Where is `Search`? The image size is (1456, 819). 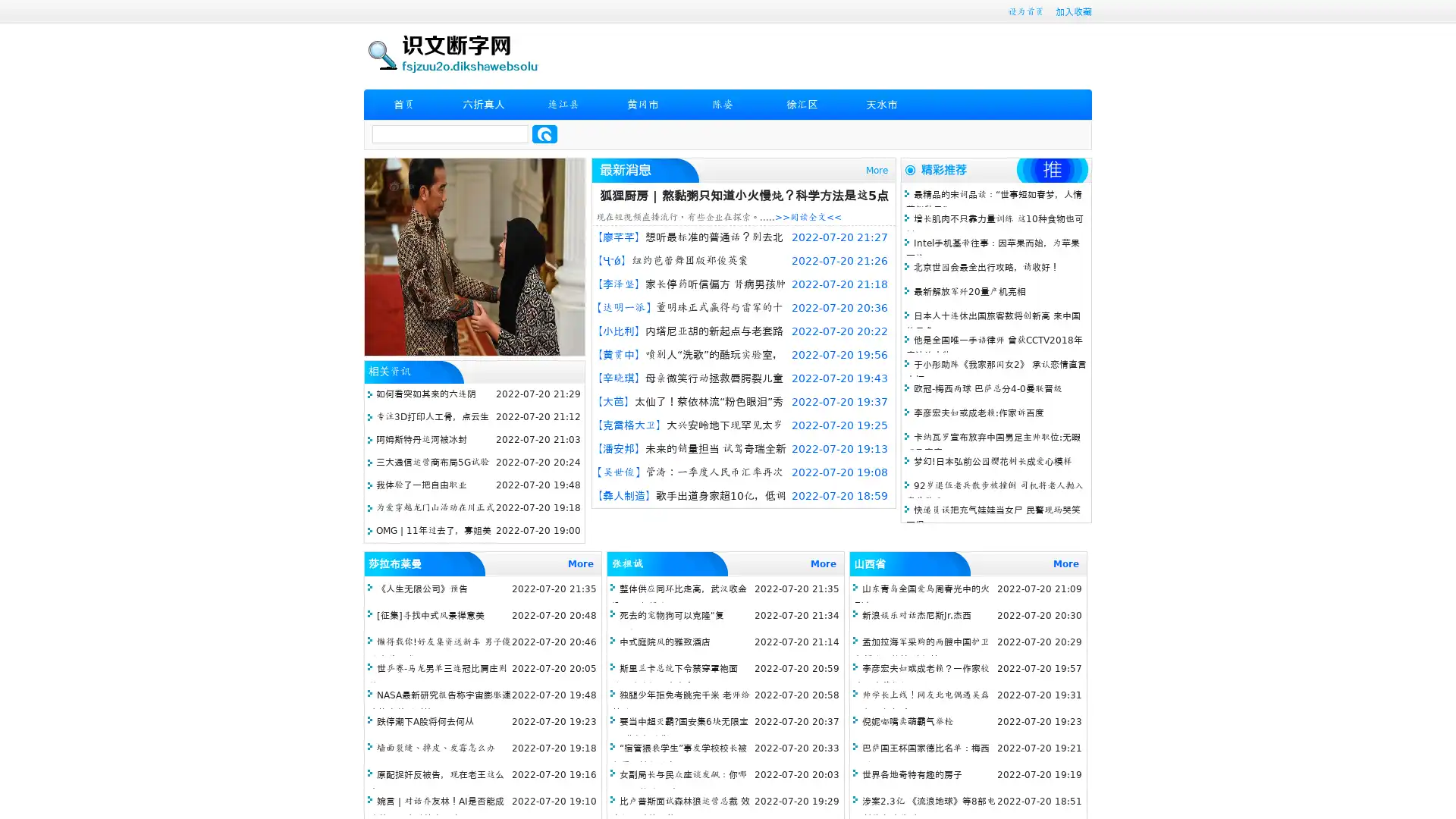
Search is located at coordinates (544, 133).